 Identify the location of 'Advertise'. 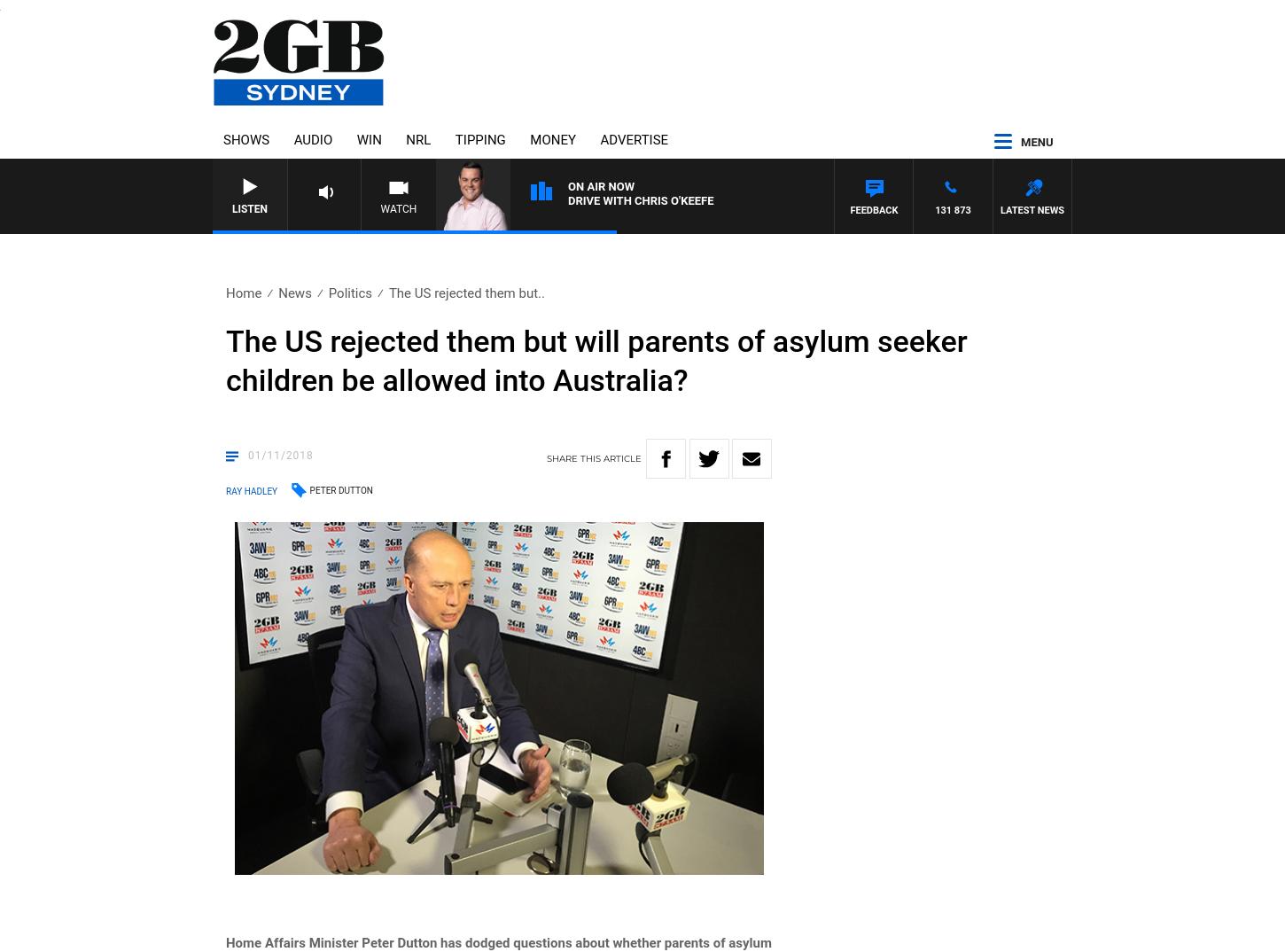
(633, 138).